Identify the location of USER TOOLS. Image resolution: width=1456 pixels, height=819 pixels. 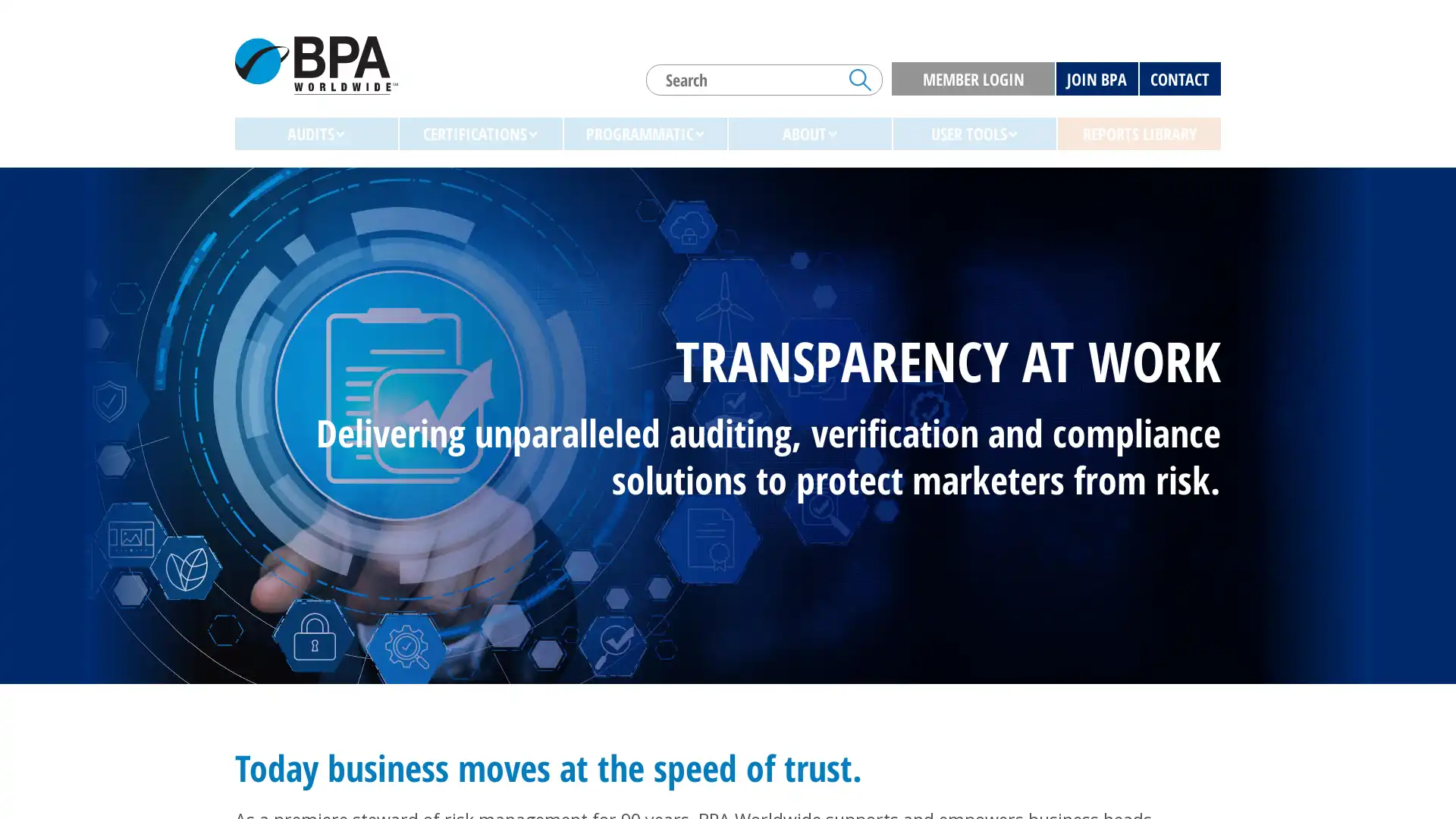
(974, 133).